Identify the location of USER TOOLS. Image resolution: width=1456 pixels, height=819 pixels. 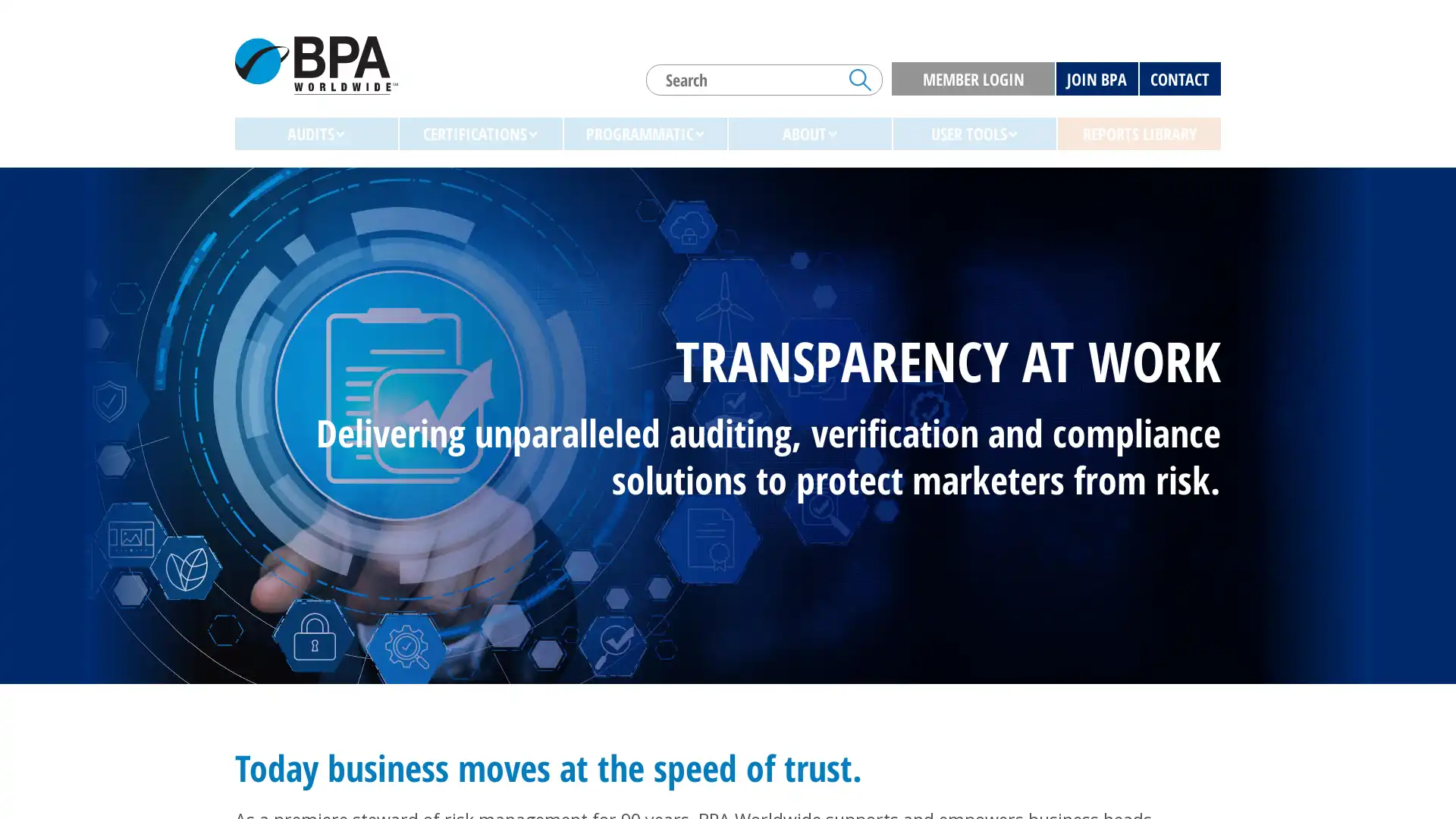
(974, 133).